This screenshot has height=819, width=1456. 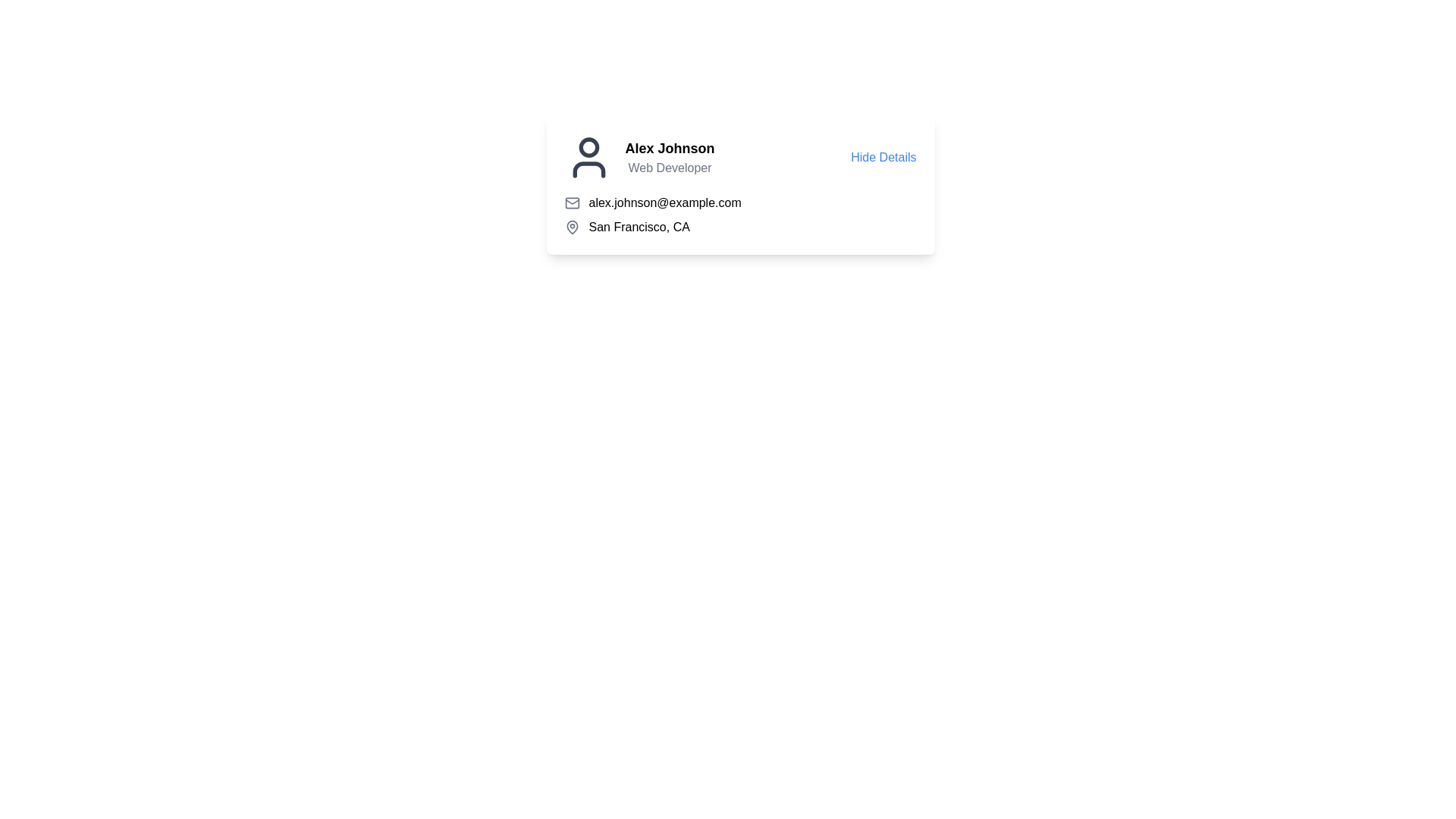 What do you see at coordinates (639, 227) in the screenshot?
I see `the text label displaying 'San Francisco, CA' located next to the location pin icon in the bottom section of the user information card for potential interaction` at bounding box center [639, 227].